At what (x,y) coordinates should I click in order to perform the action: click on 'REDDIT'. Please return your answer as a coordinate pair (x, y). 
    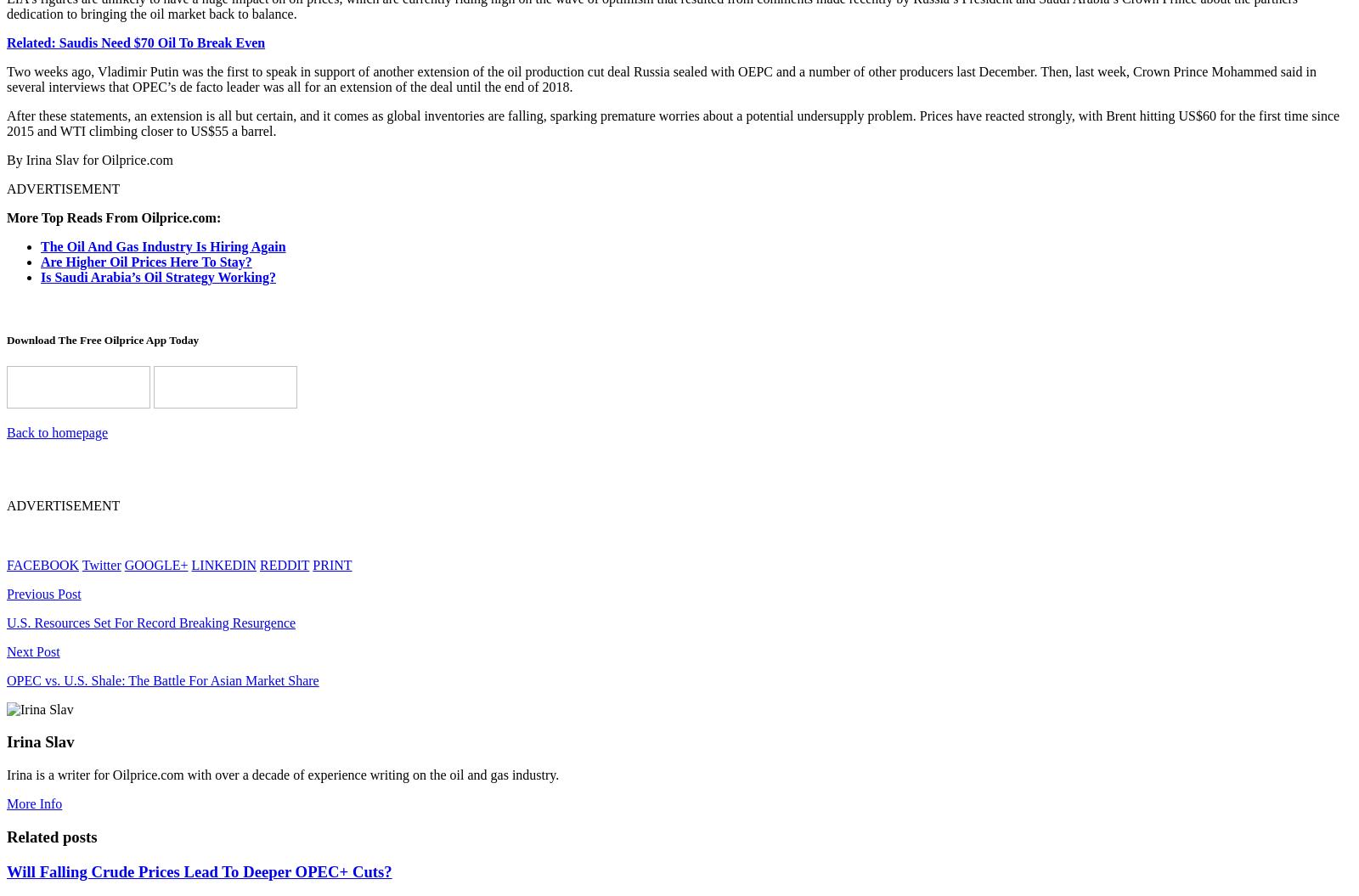
    Looking at the image, I should click on (284, 563).